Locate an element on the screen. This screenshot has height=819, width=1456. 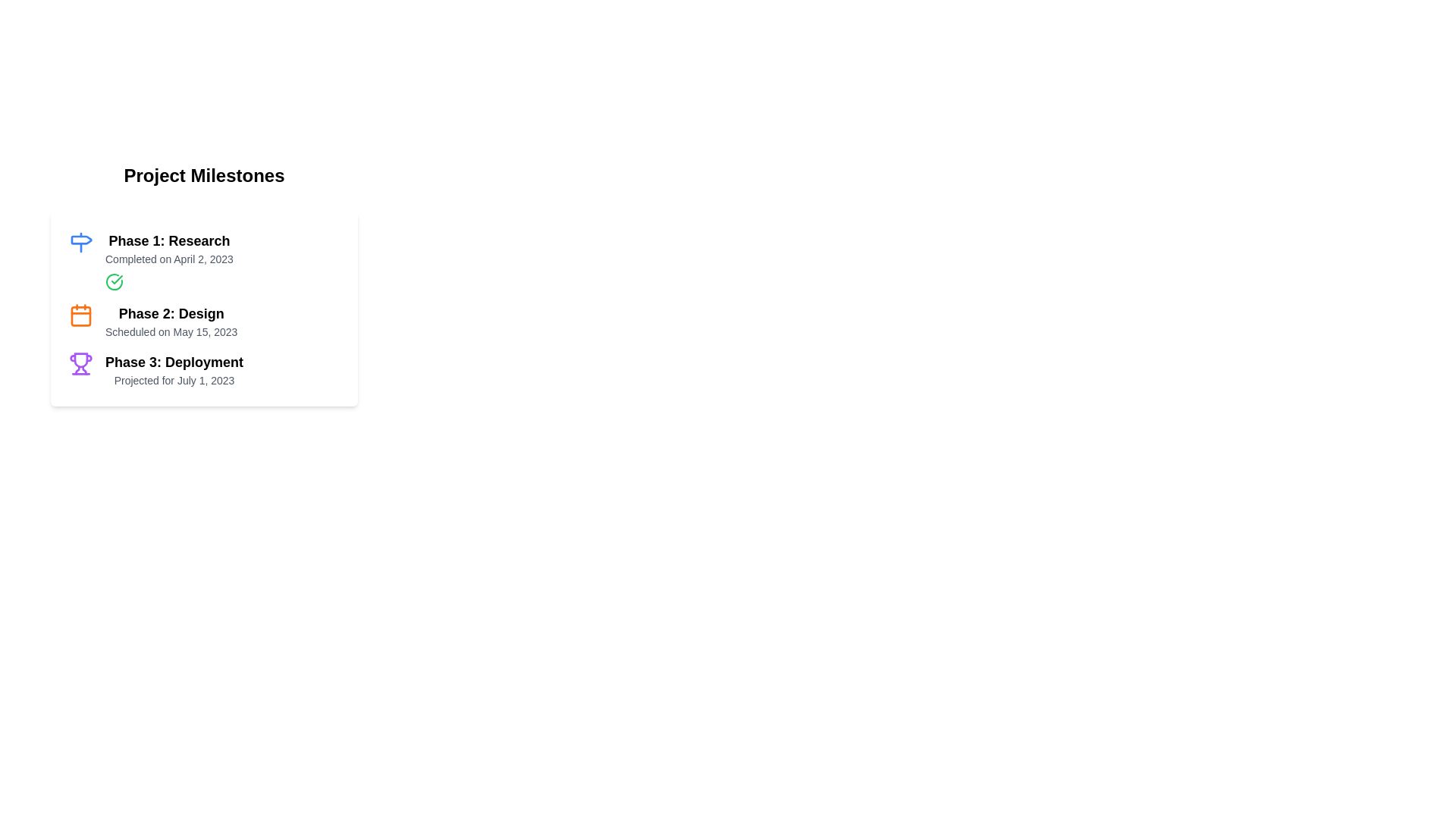
text content of the Text Label displaying 'Phase 3: Deployment' and 'Projected for July 1, 2023', which is the third item in a vertical list of milestones adjacent to a purple trophy icon is located at coordinates (174, 370).